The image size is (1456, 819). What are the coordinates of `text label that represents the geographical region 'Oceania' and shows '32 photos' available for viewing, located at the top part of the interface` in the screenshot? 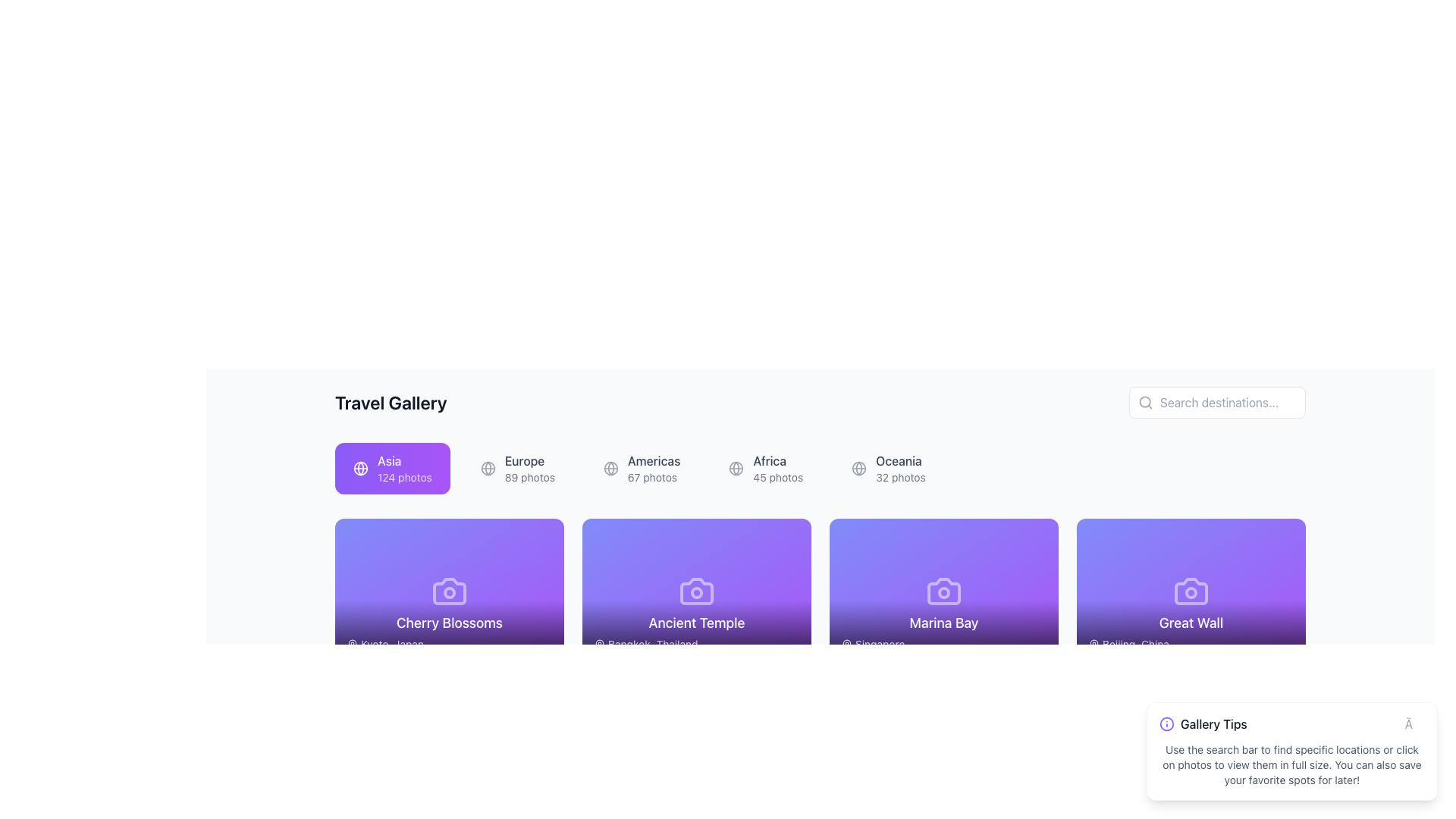 It's located at (900, 467).